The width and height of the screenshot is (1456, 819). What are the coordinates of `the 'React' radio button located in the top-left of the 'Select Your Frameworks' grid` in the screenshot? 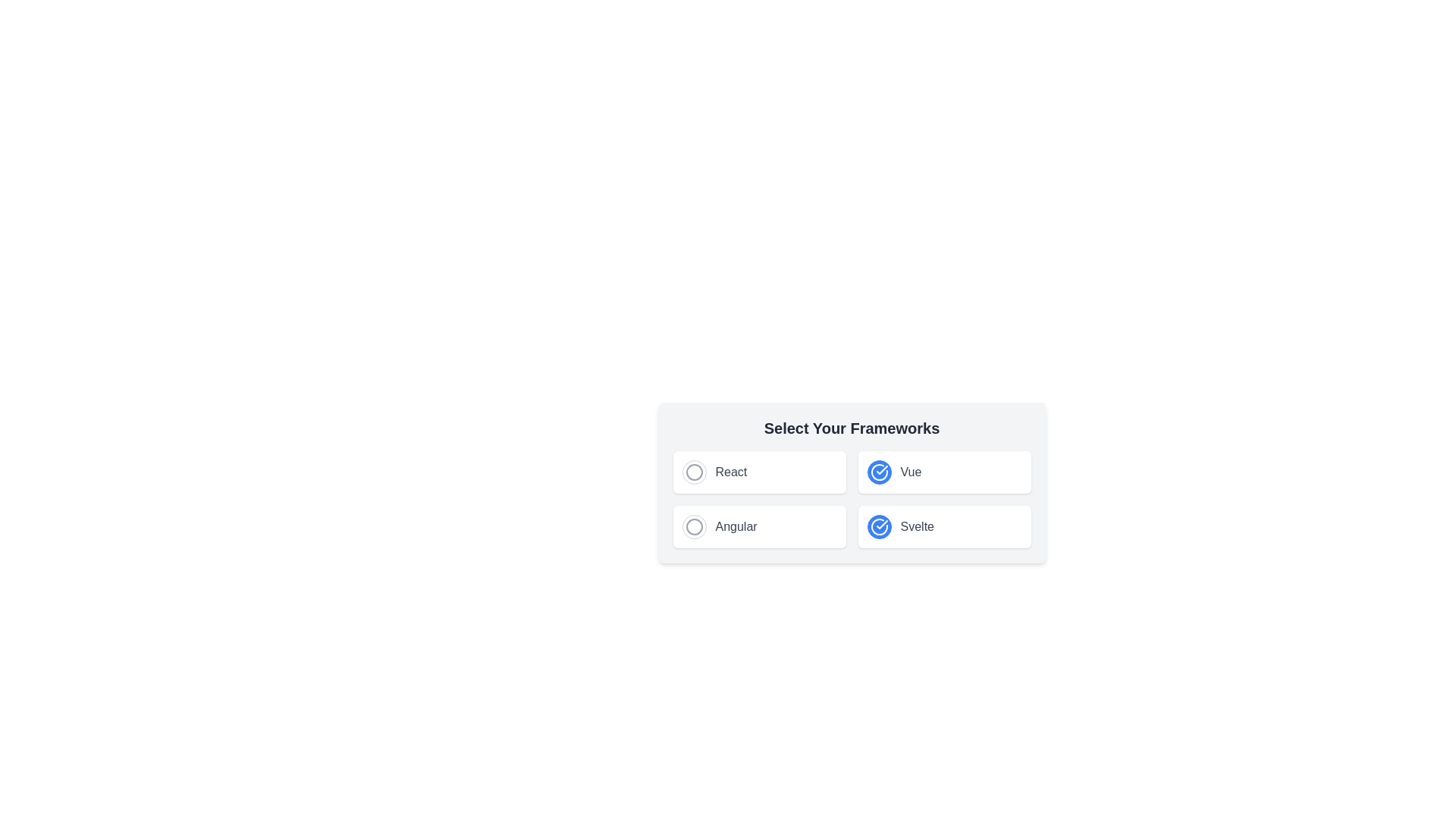 It's located at (759, 472).